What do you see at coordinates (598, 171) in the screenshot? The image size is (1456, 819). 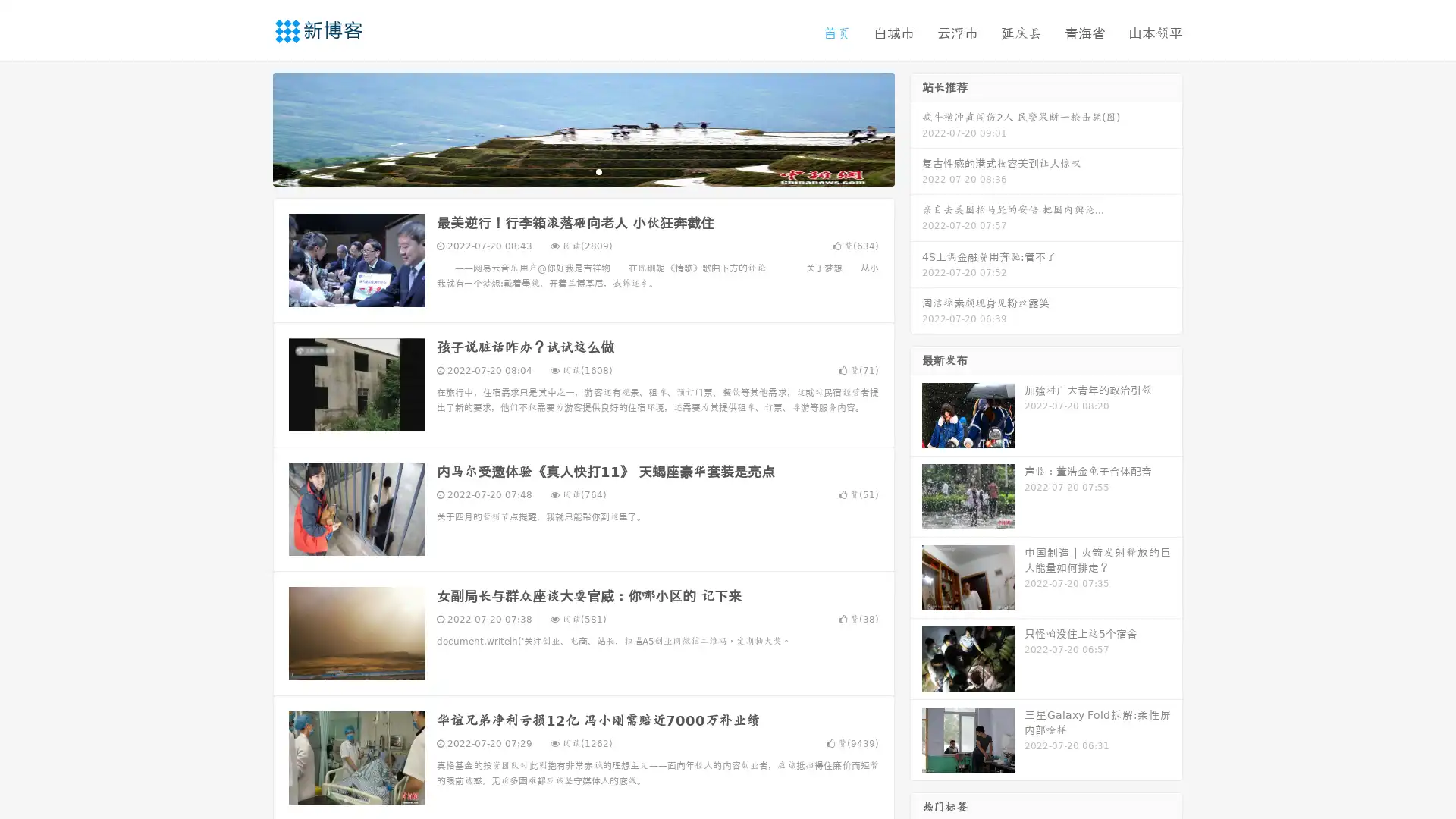 I see `Go to slide 3` at bounding box center [598, 171].